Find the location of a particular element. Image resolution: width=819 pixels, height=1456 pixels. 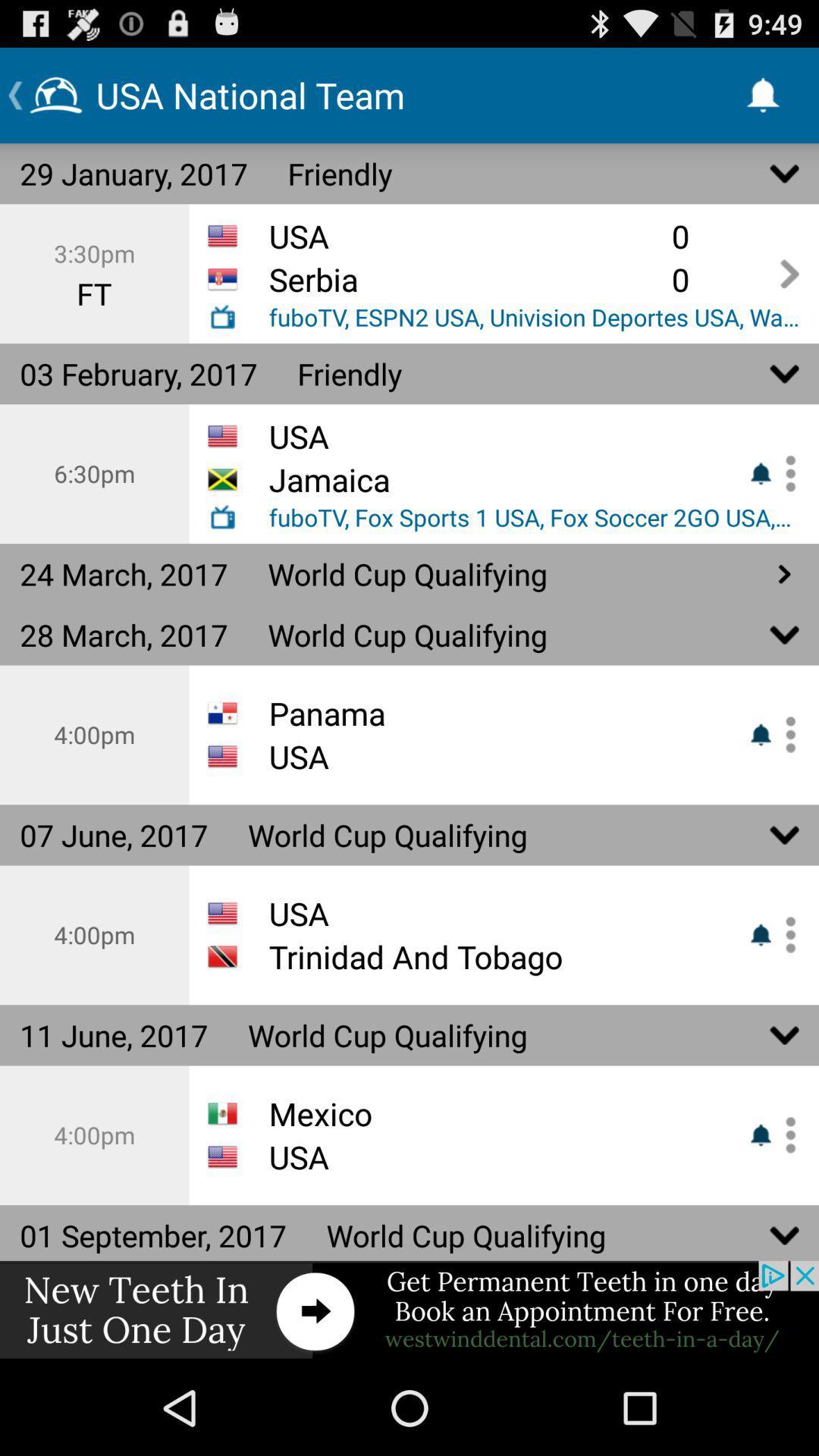

shows other option is located at coordinates (409, 1310).